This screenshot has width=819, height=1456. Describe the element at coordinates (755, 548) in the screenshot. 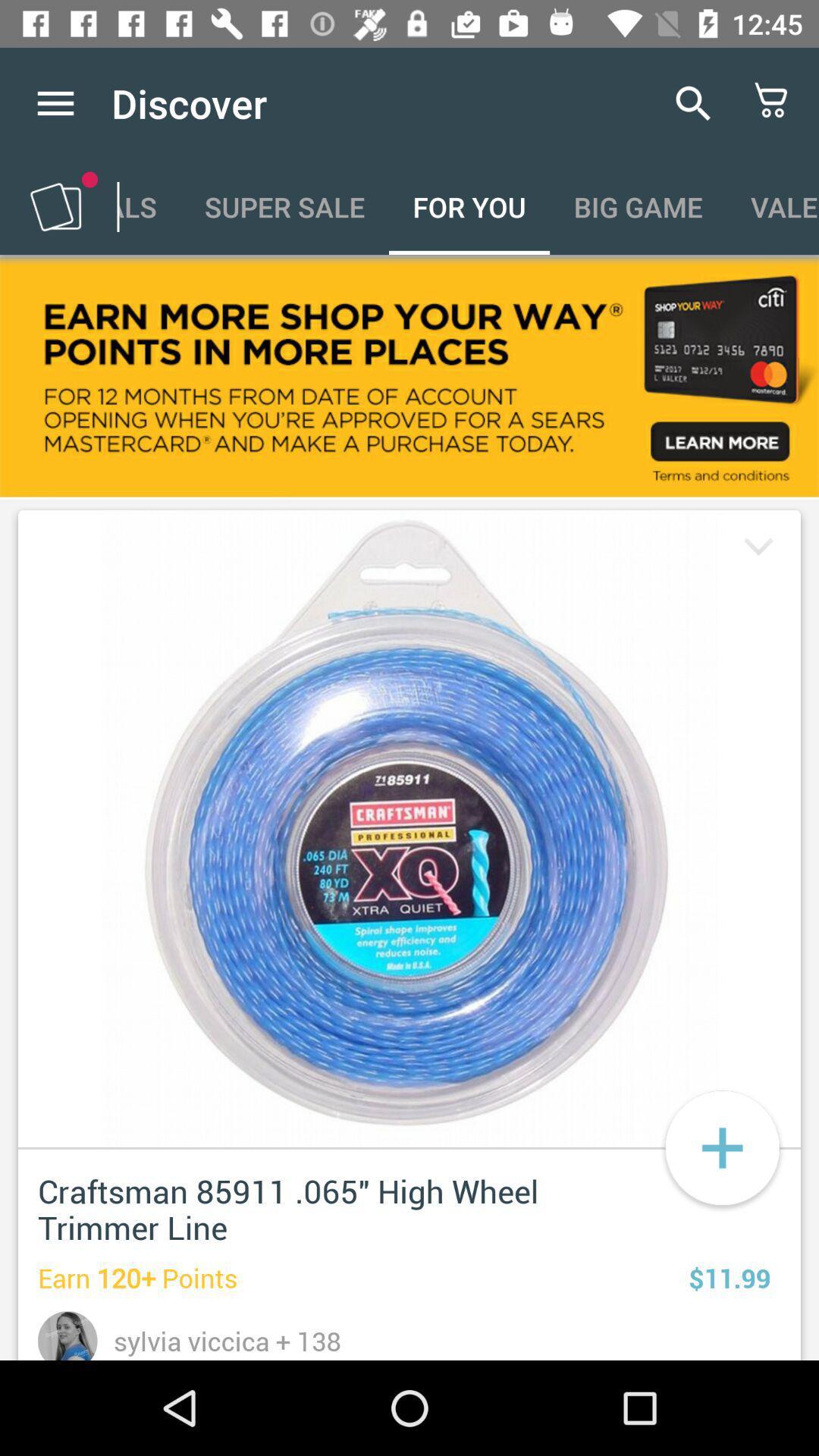

I see `drop down button` at that location.